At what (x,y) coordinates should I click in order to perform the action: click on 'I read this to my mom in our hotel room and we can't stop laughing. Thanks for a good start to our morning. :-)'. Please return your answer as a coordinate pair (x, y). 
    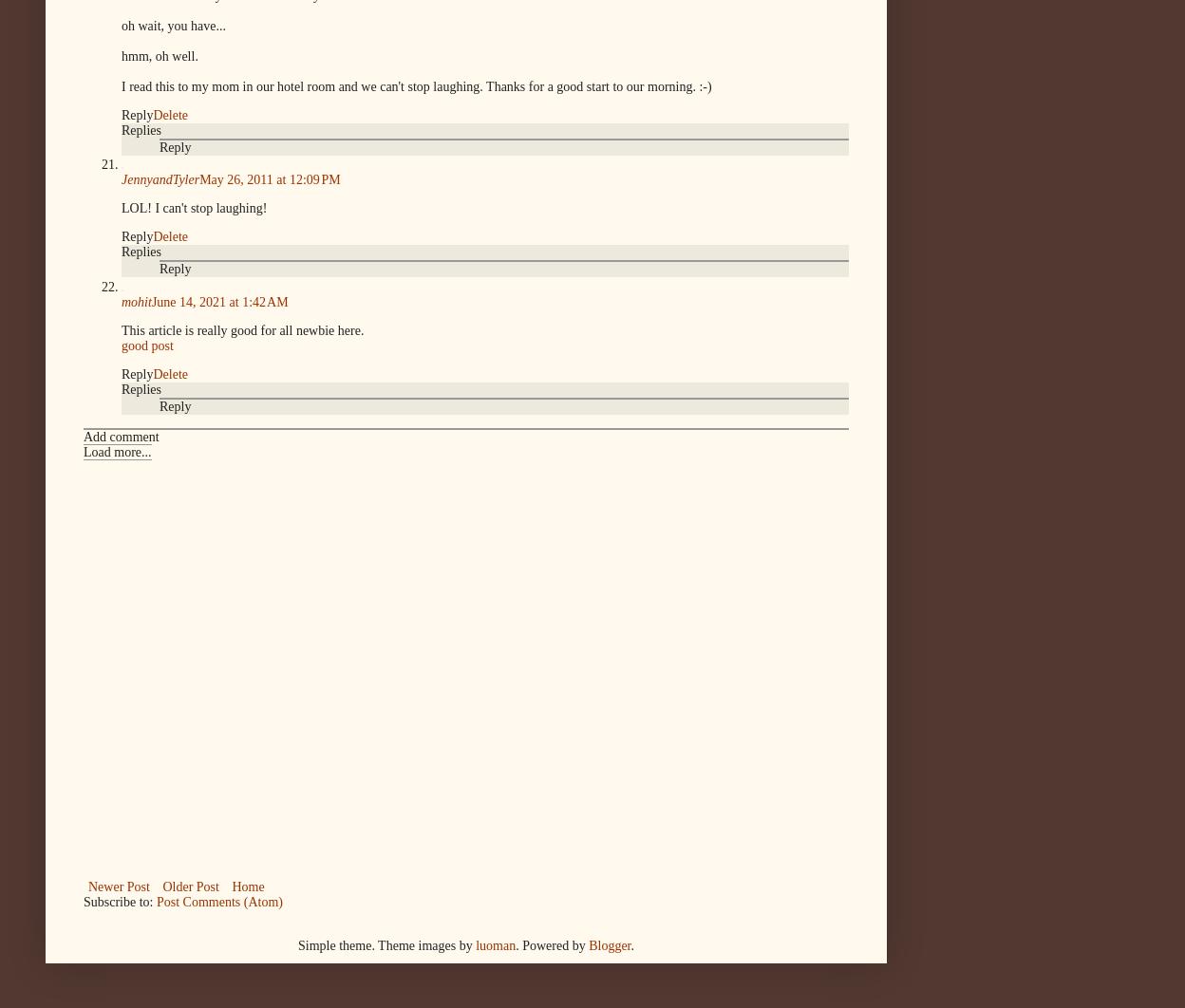
    Looking at the image, I should click on (416, 85).